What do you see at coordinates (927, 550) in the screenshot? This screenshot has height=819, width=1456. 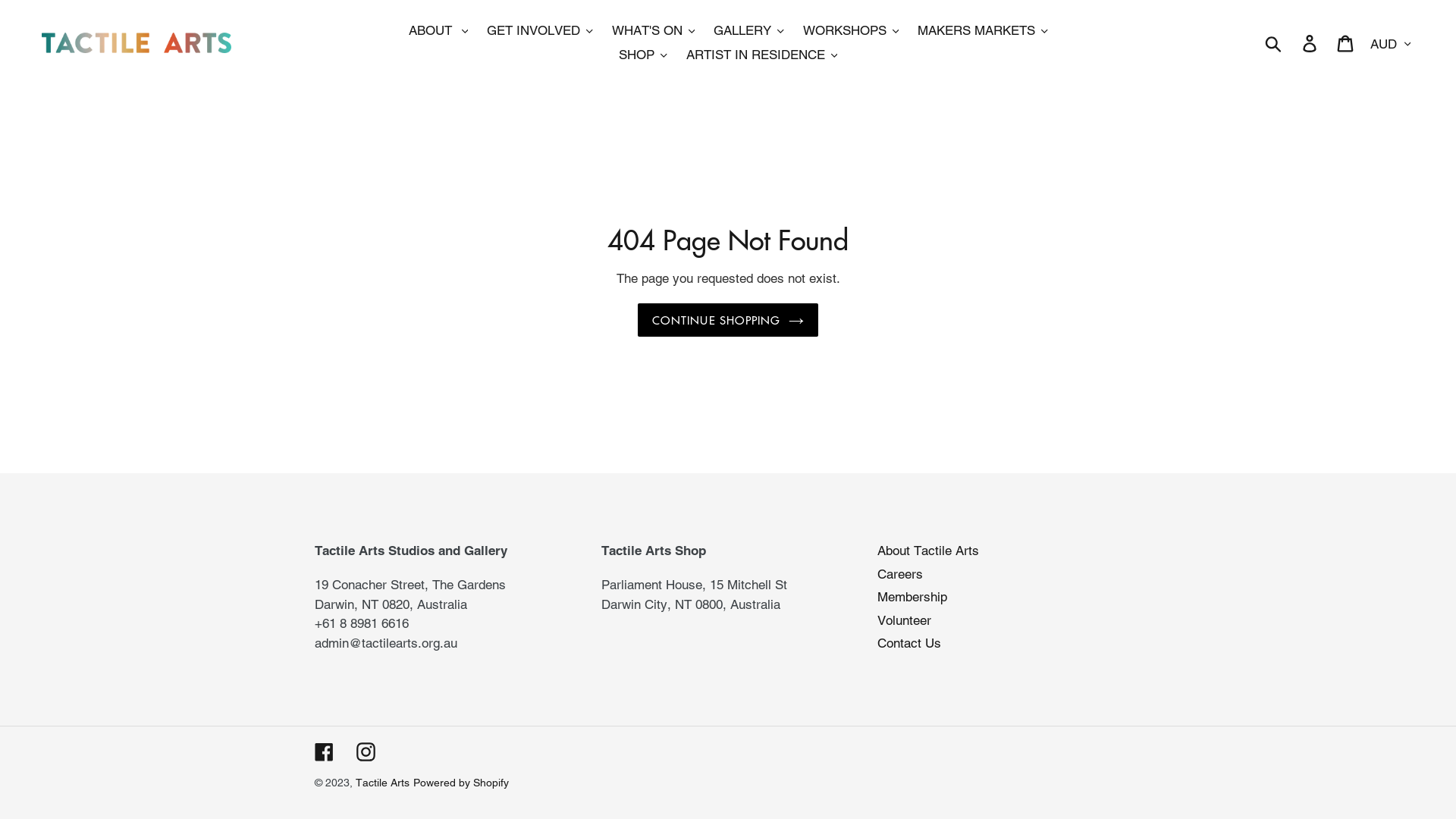 I see `'About Tactile Arts'` at bounding box center [927, 550].